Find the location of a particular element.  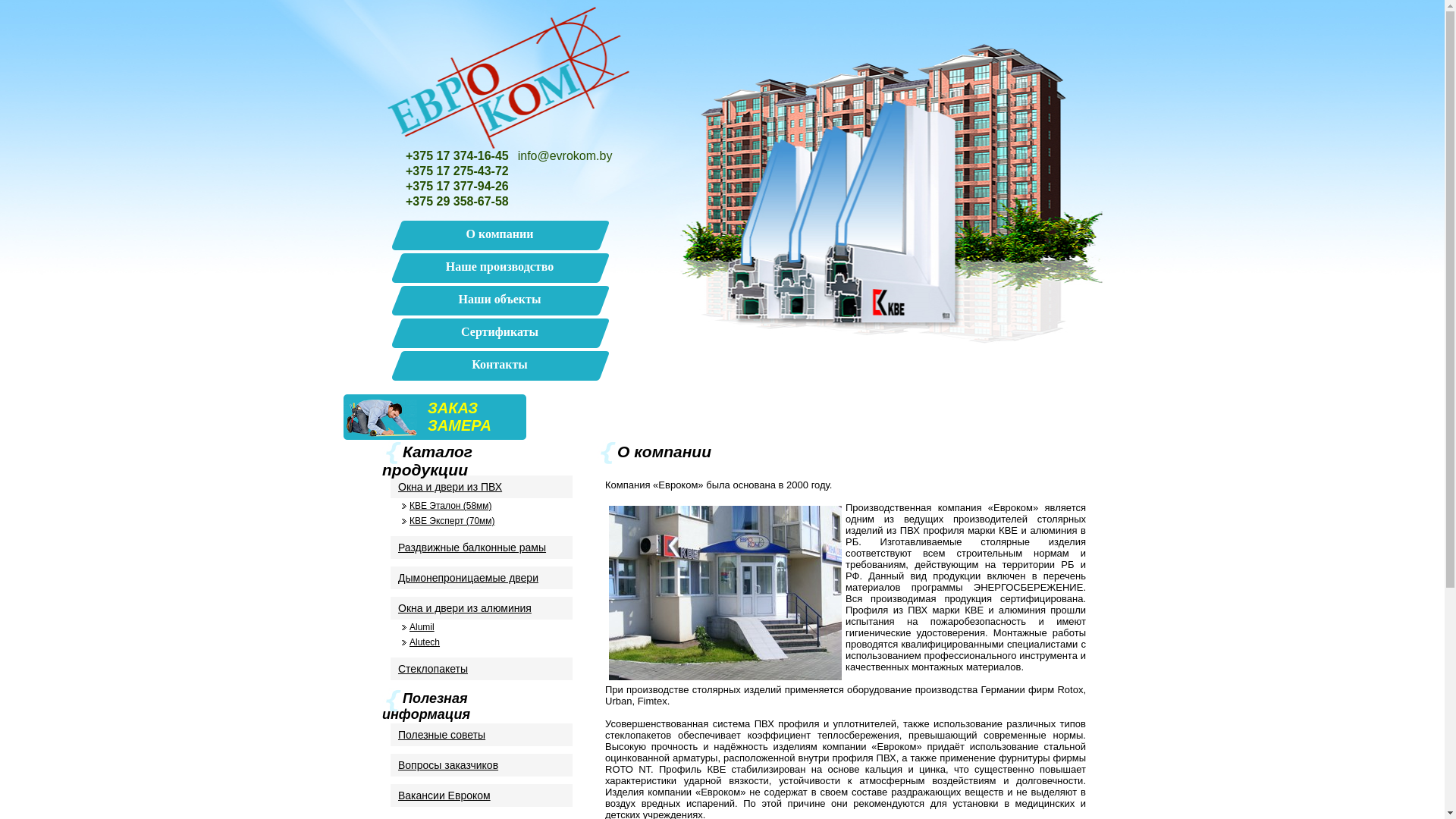

'Alutech' is located at coordinates (480, 642).